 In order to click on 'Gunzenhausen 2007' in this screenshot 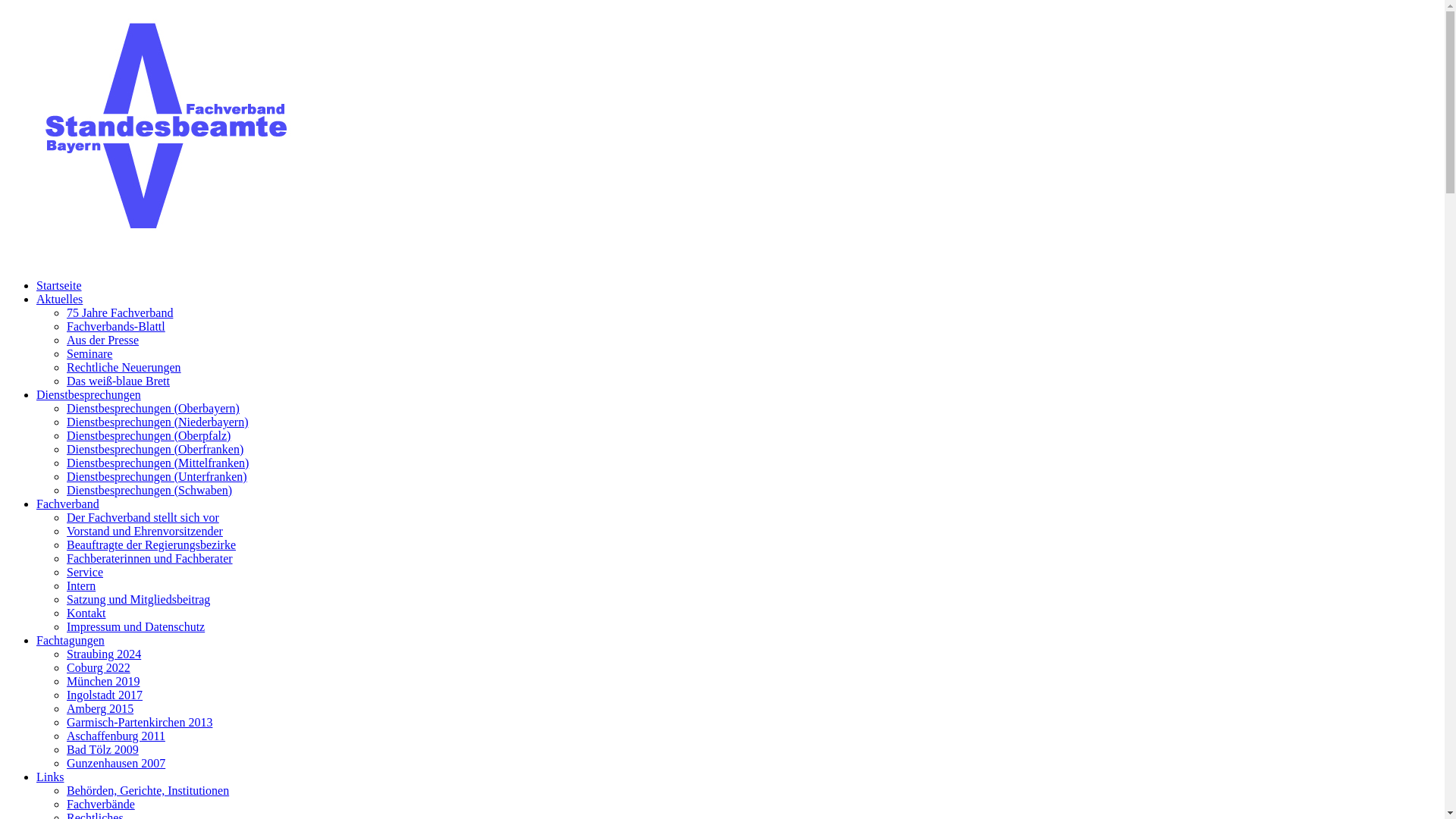, I will do `click(115, 763)`.